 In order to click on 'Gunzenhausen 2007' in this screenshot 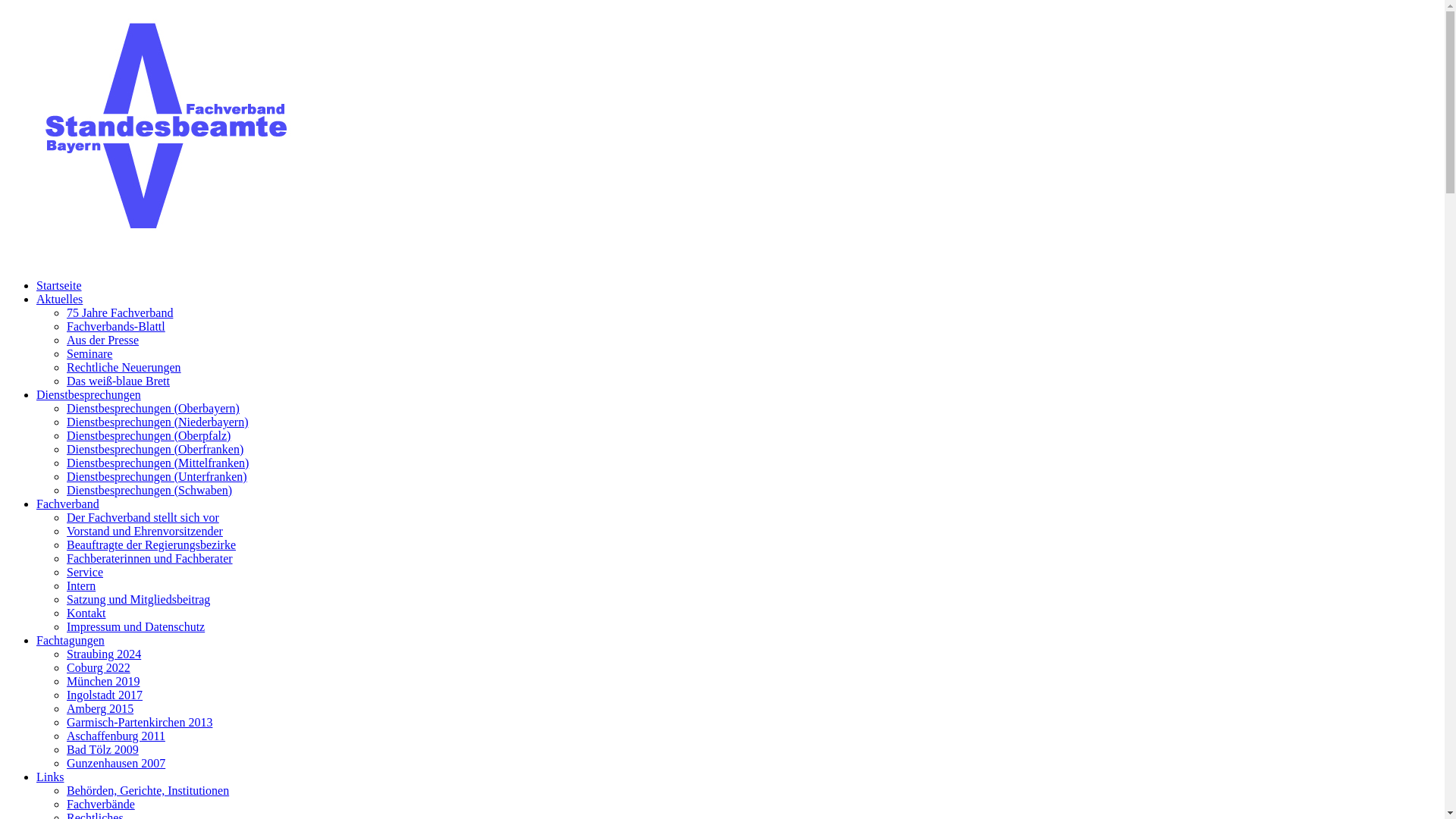, I will do `click(115, 763)`.